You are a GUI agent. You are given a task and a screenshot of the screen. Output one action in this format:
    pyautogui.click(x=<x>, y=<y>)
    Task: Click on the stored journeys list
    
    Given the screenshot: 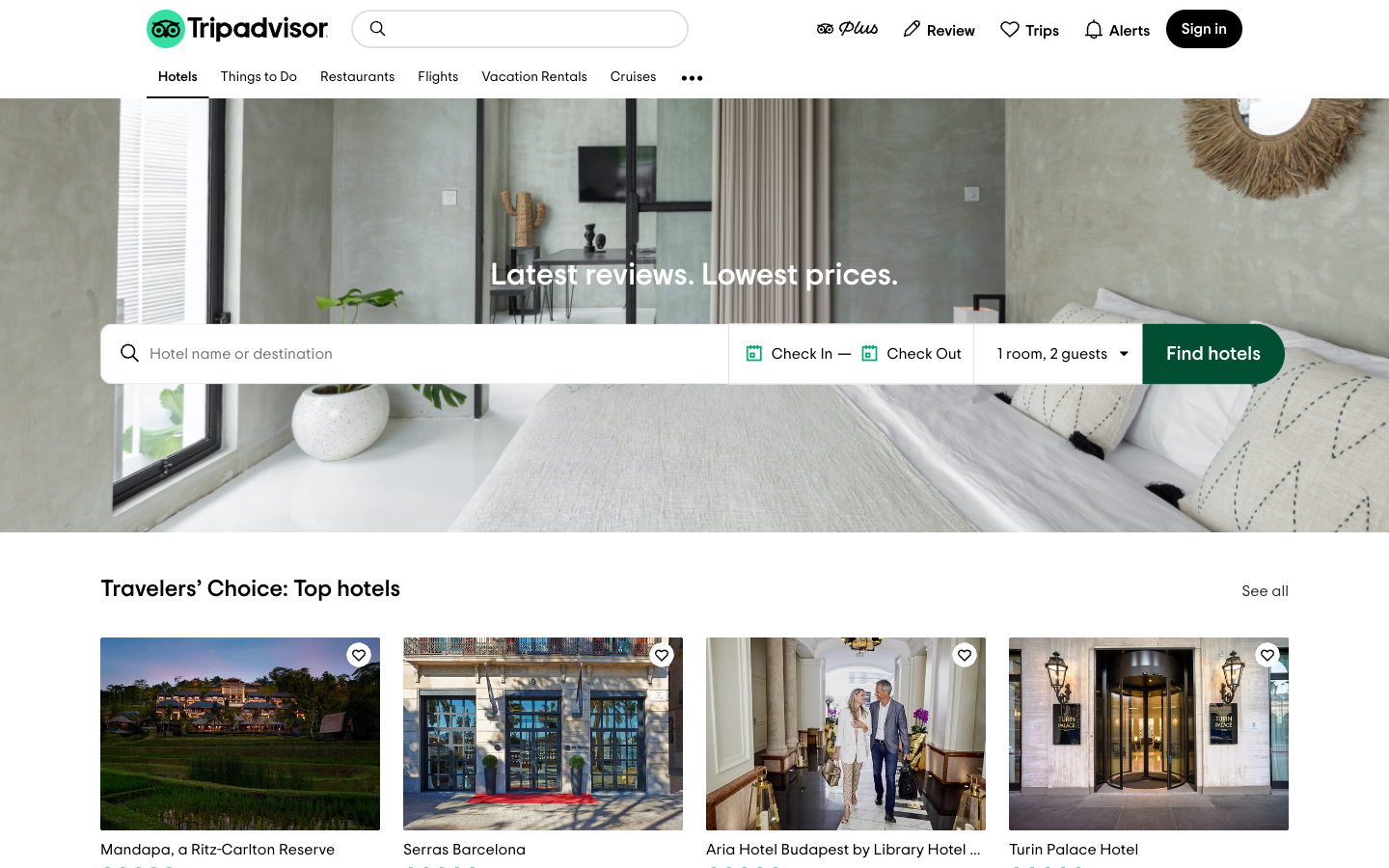 What is the action you would take?
    pyautogui.click(x=1029, y=27)
    